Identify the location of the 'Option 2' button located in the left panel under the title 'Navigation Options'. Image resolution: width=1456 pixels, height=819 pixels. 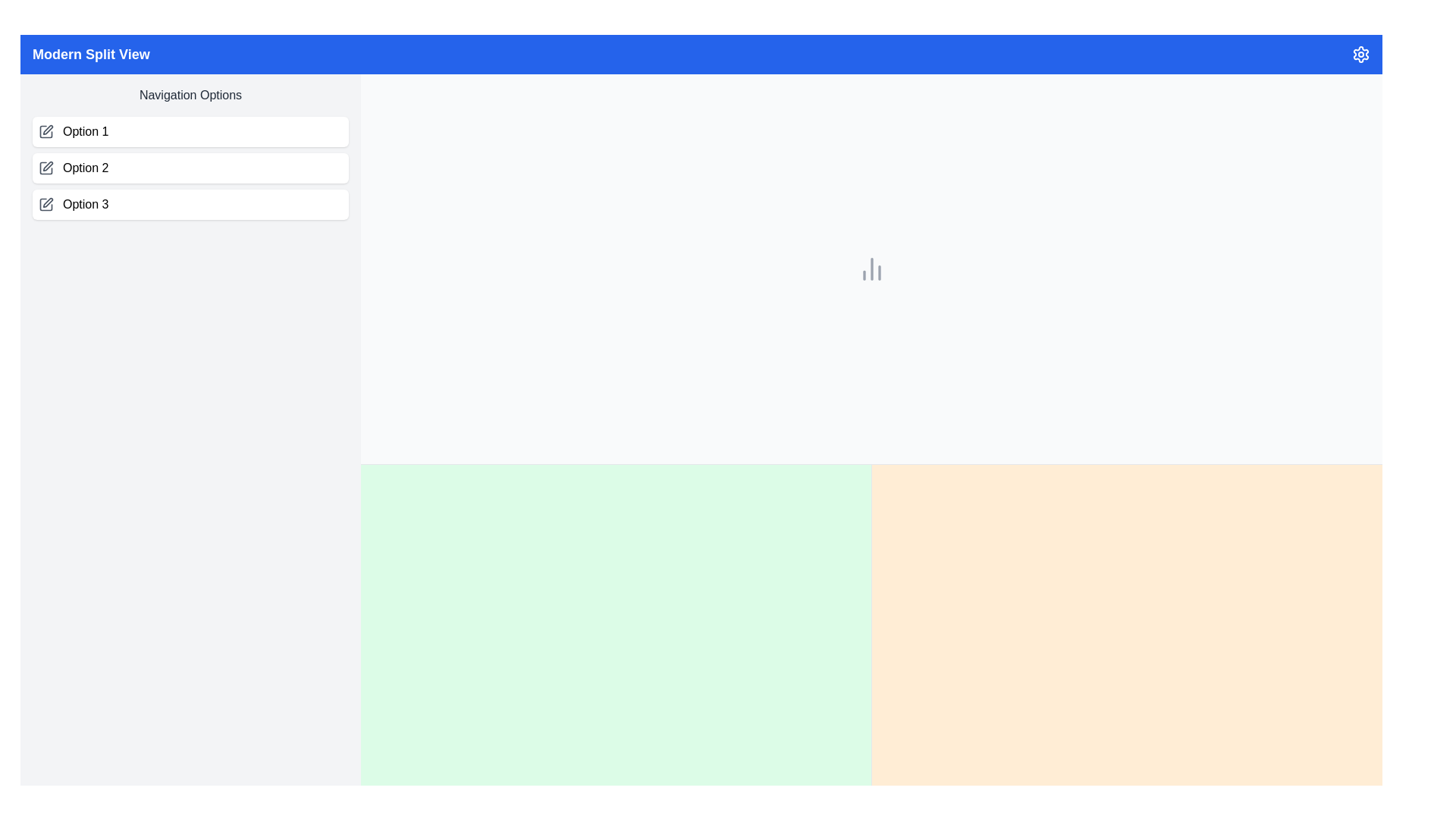
(190, 168).